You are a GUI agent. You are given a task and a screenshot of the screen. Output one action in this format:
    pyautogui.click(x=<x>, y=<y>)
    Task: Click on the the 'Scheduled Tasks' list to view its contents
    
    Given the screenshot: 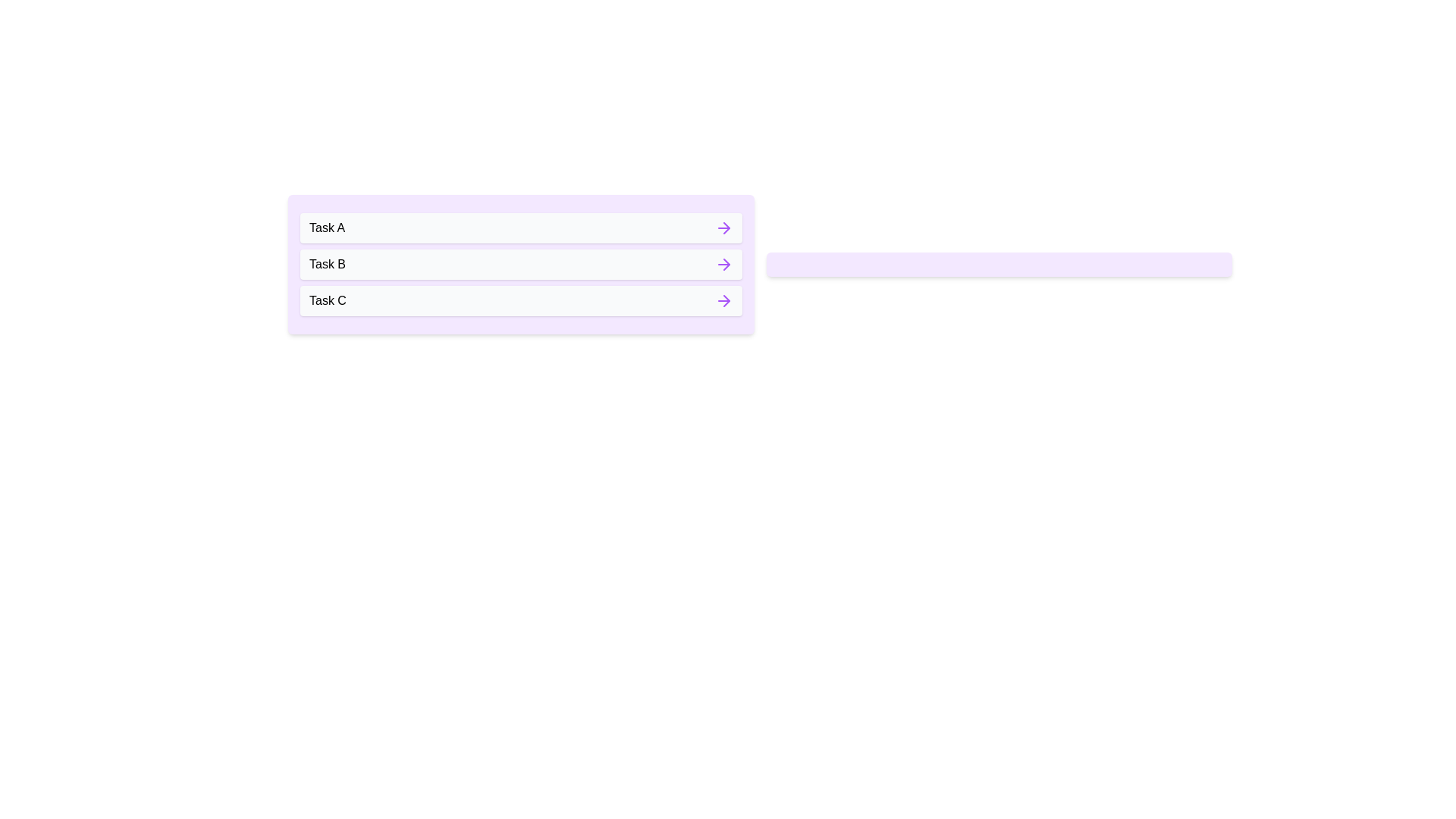 What is the action you would take?
    pyautogui.click(x=999, y=263)
    